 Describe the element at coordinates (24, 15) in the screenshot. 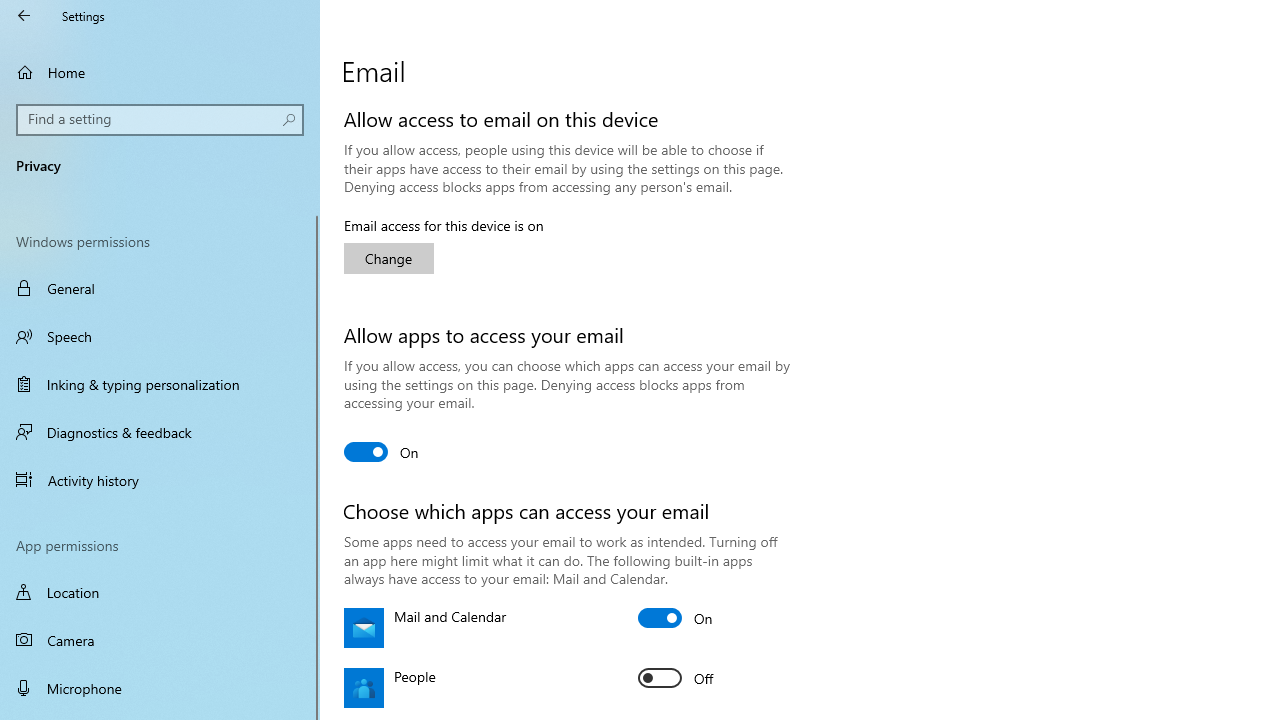

I see `'Back'` at that location.